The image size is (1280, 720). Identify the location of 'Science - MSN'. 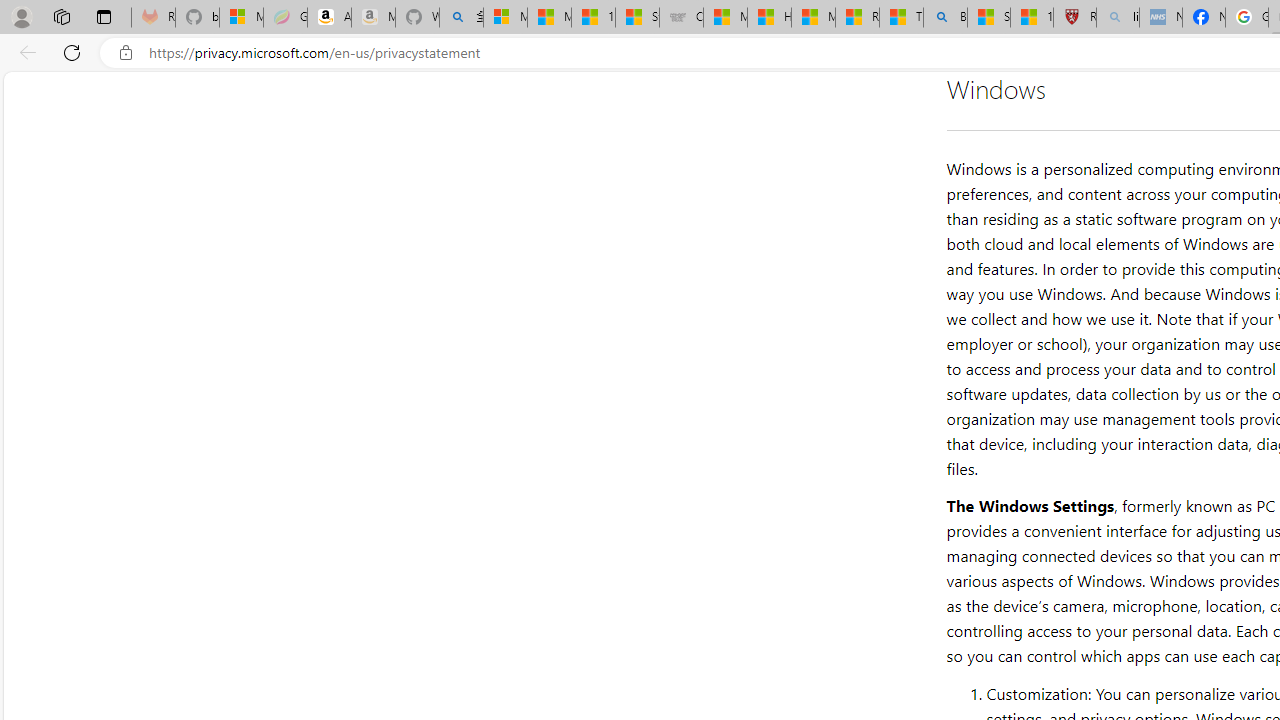
(988, 17).